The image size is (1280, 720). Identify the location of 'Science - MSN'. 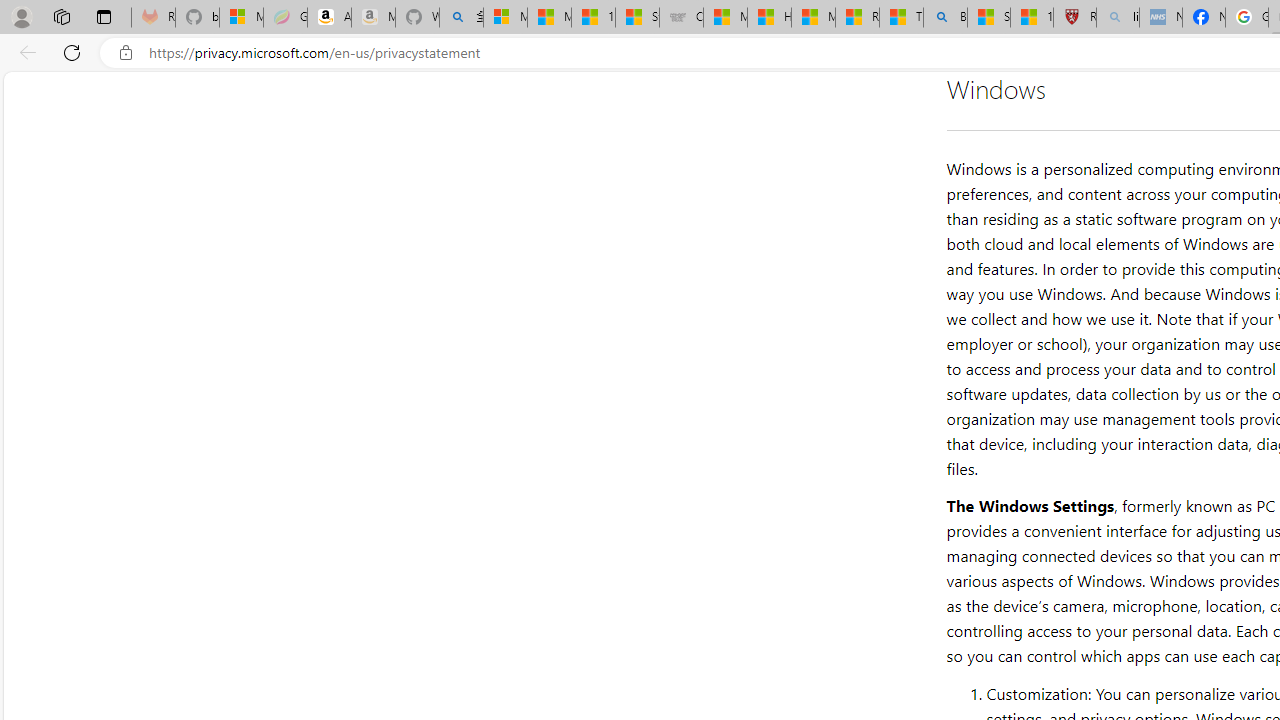
(988, 17).